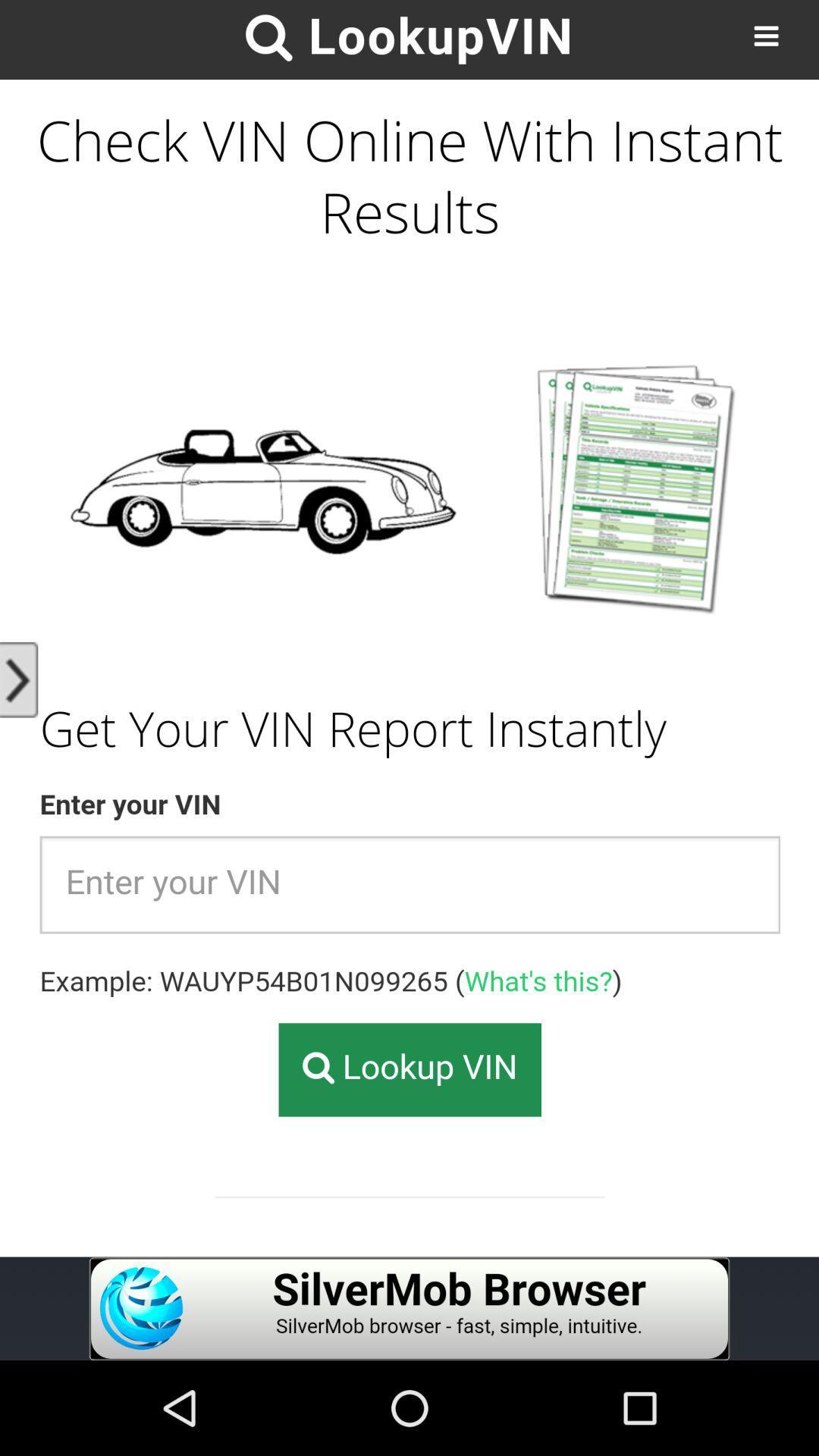 Image resolution: width=819 pixels, height=1456 pixels. Describe the element at coordinates (409, 1308) in the screenshot. I see `silvermob browser page` at that location.